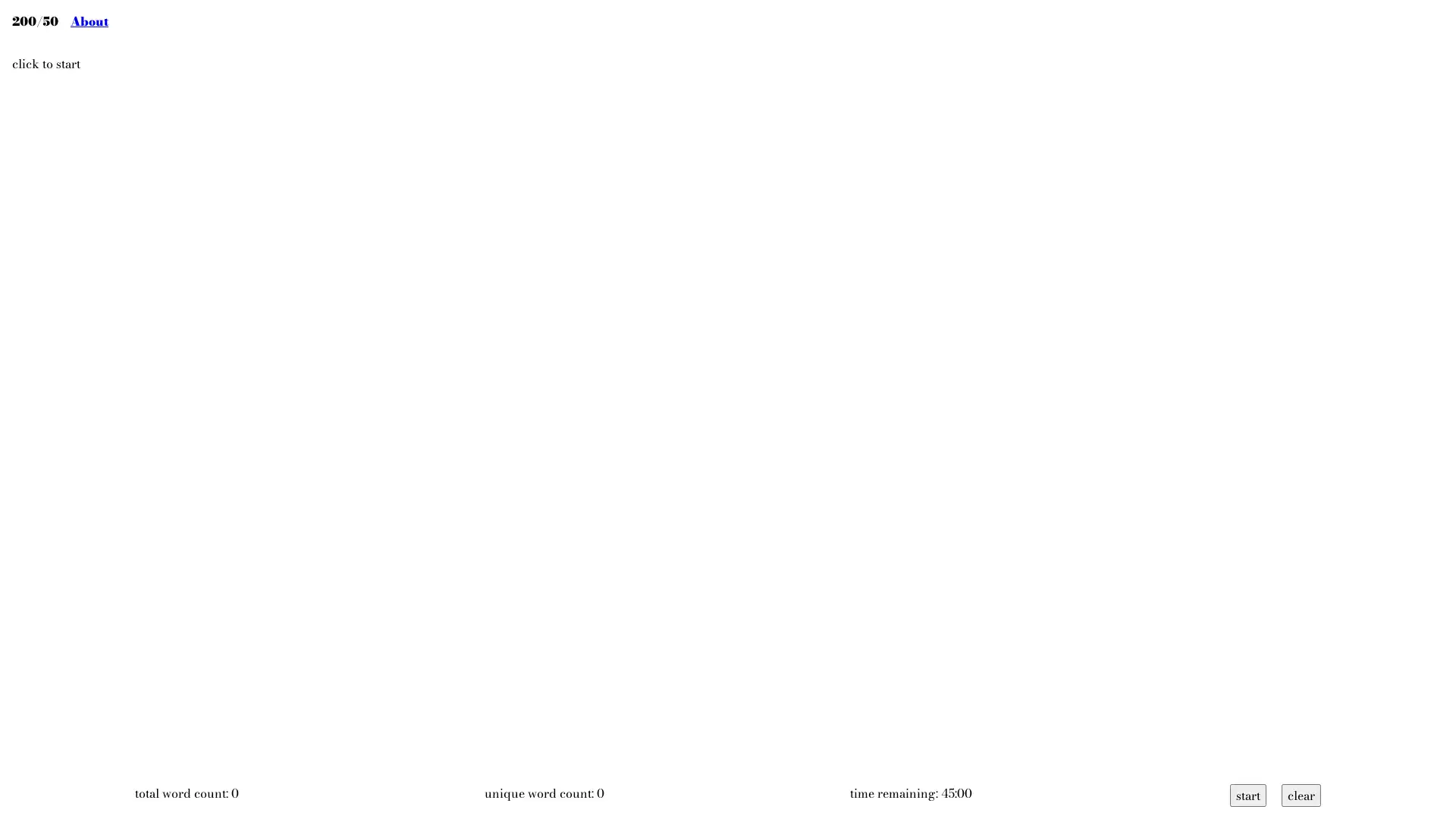 The image size is (1456, 819). What do you see at coordinates (1248, 795) in the screenshot?
I see `start` at bounding box center [1248, 795].